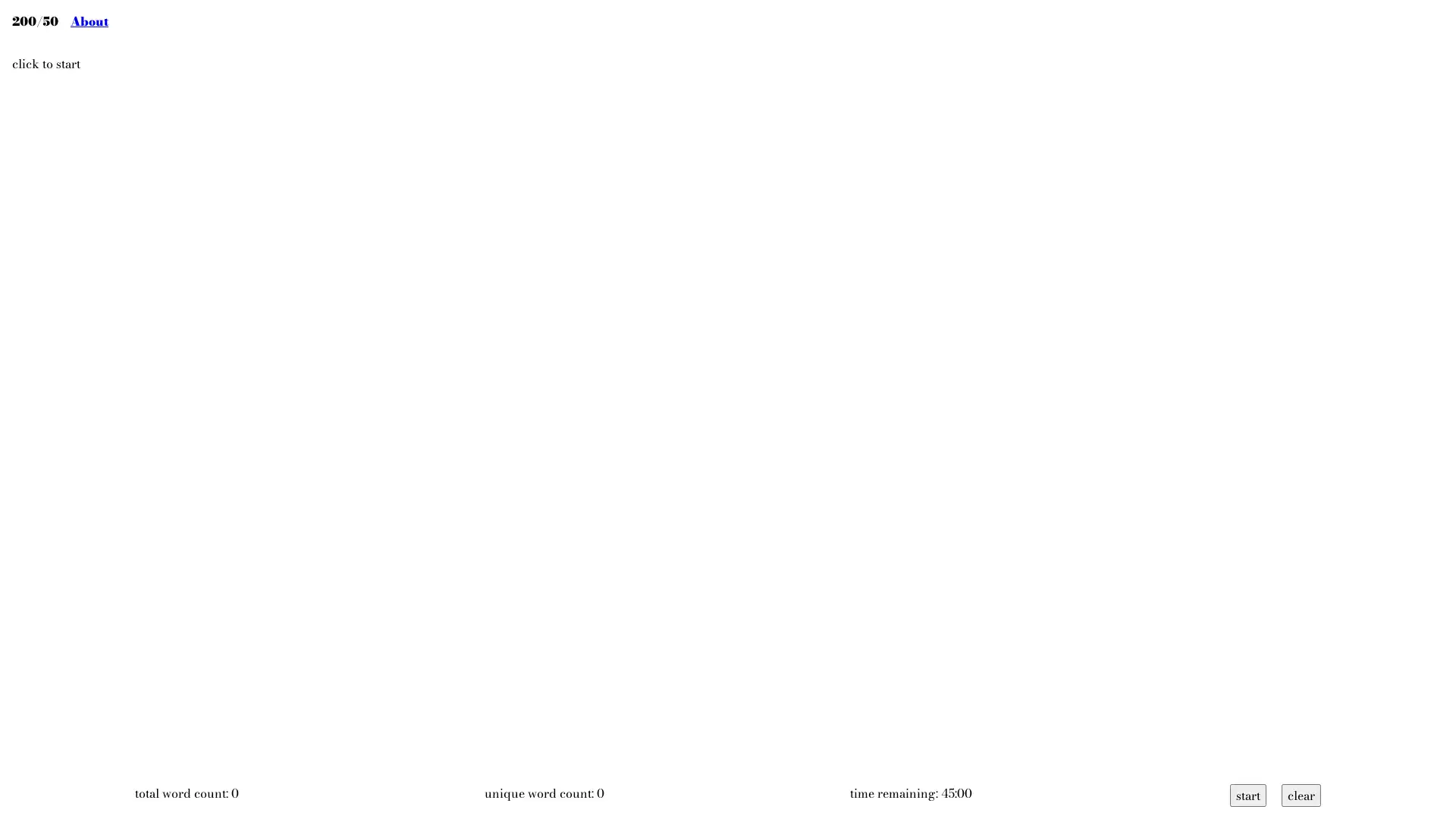 The image size is (1456, 819). What do you see at coordinates (1248, 795) in the screenshot?
I see `start` at bounding box center [1248, 795].